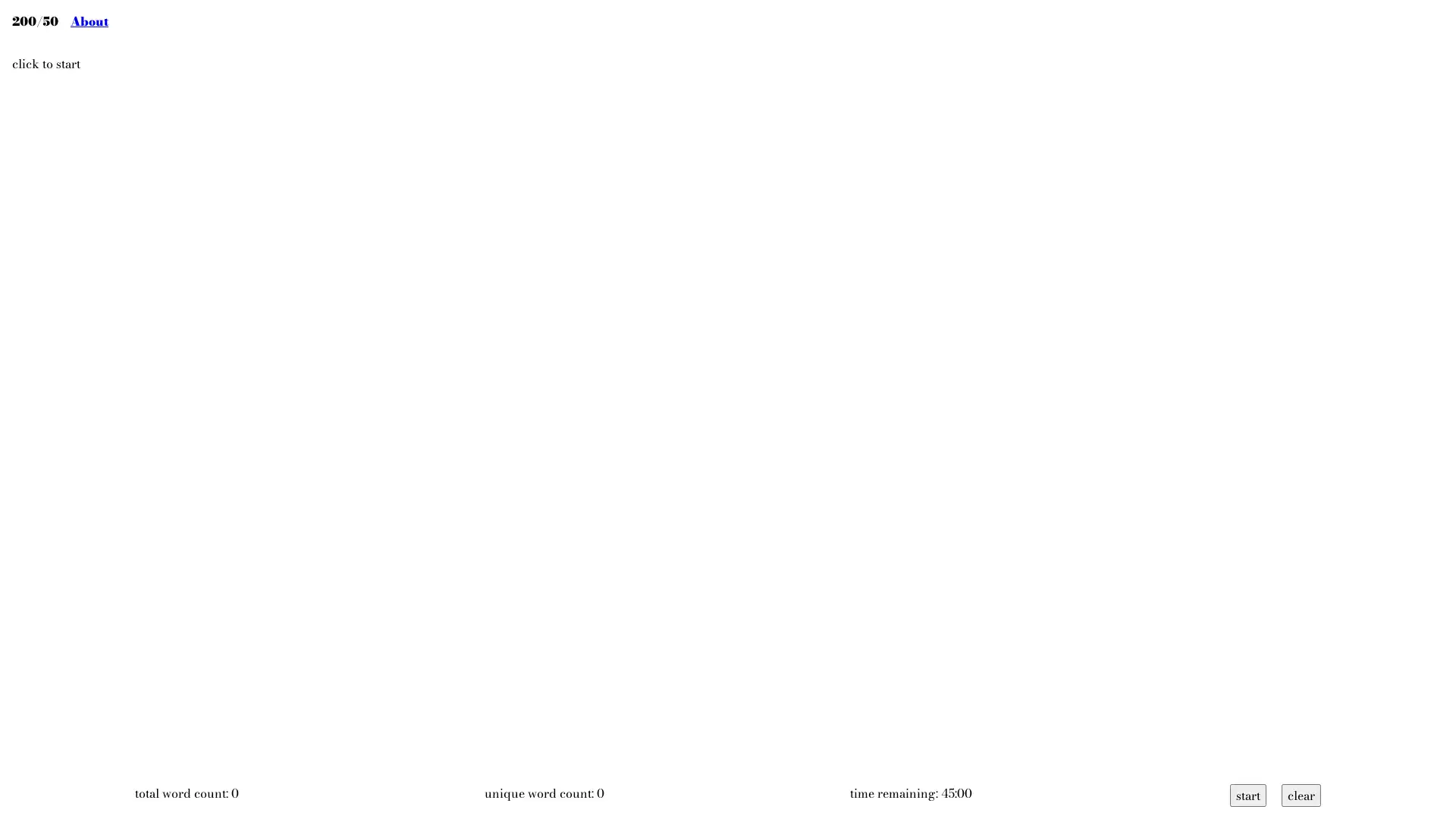 The image size is (1456, 819). What do you see at coordinates (1248, 795) in the screenshot?
I see `start` at bounding box center [1248, 795].